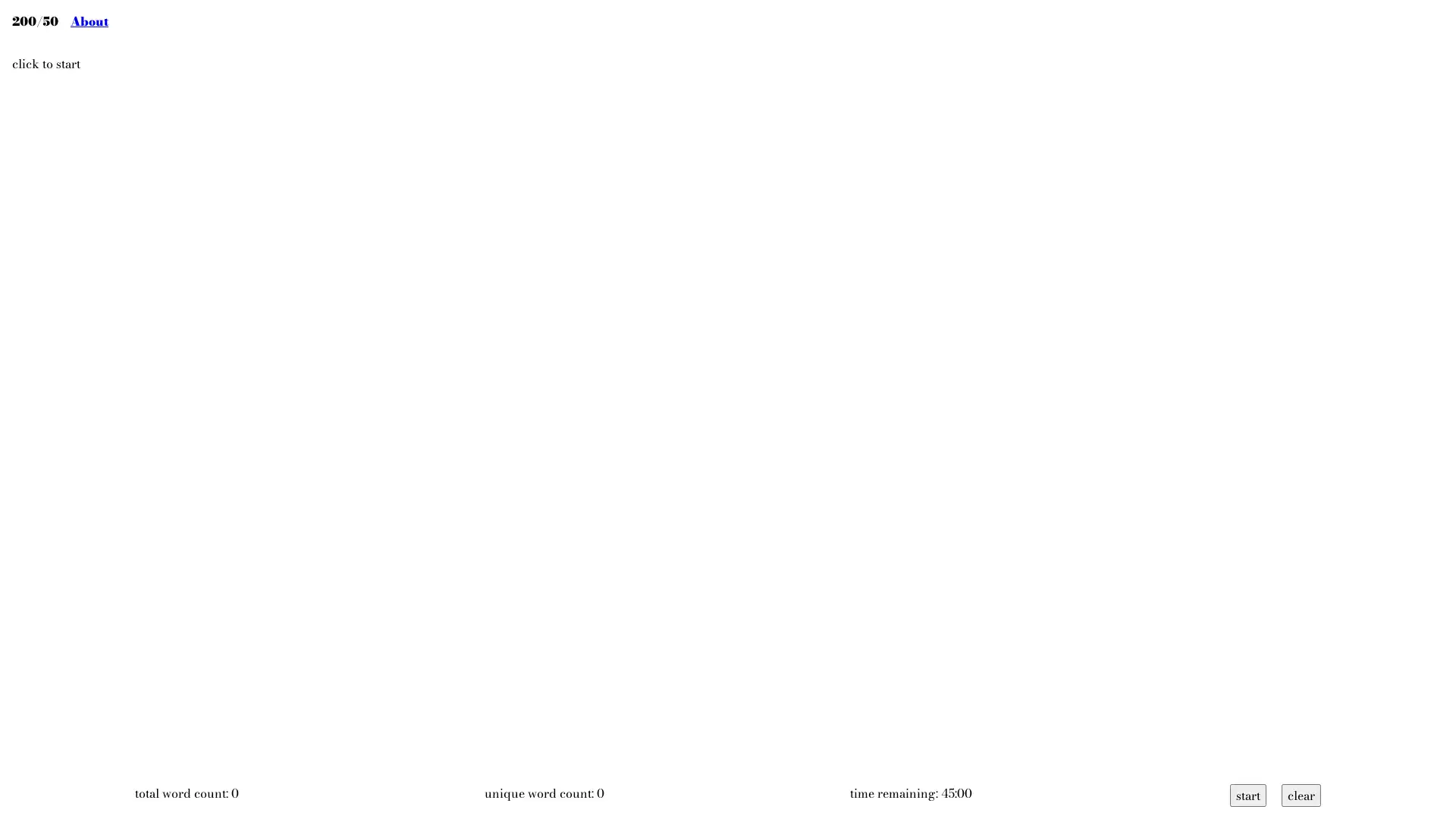 The image size is (1456, 819). What do you see at coordinates (1248, 795) in the screenshot?
I see `start` at bounding box center [1248, 795].